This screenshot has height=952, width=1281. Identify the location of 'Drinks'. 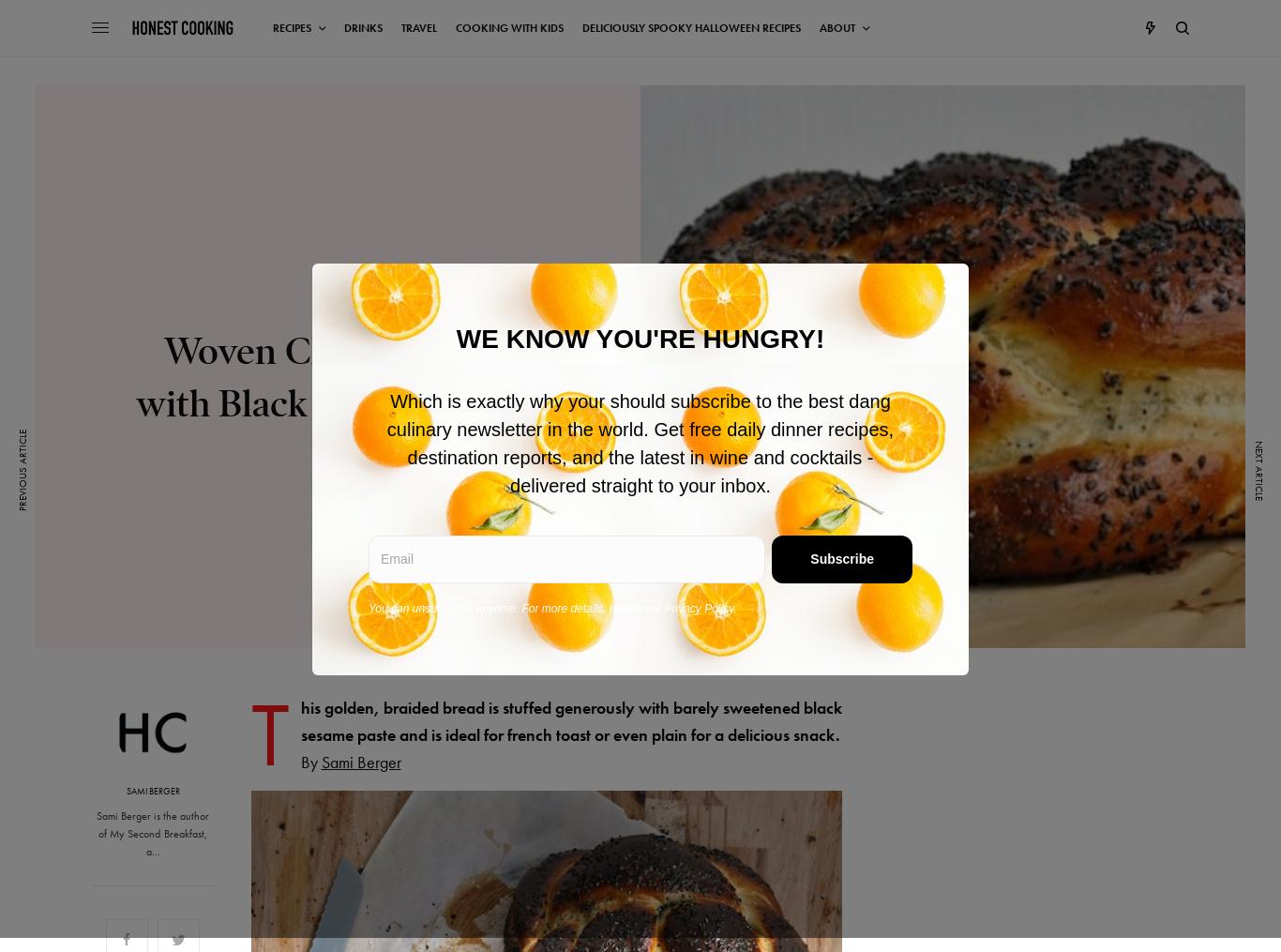
(343, 27).